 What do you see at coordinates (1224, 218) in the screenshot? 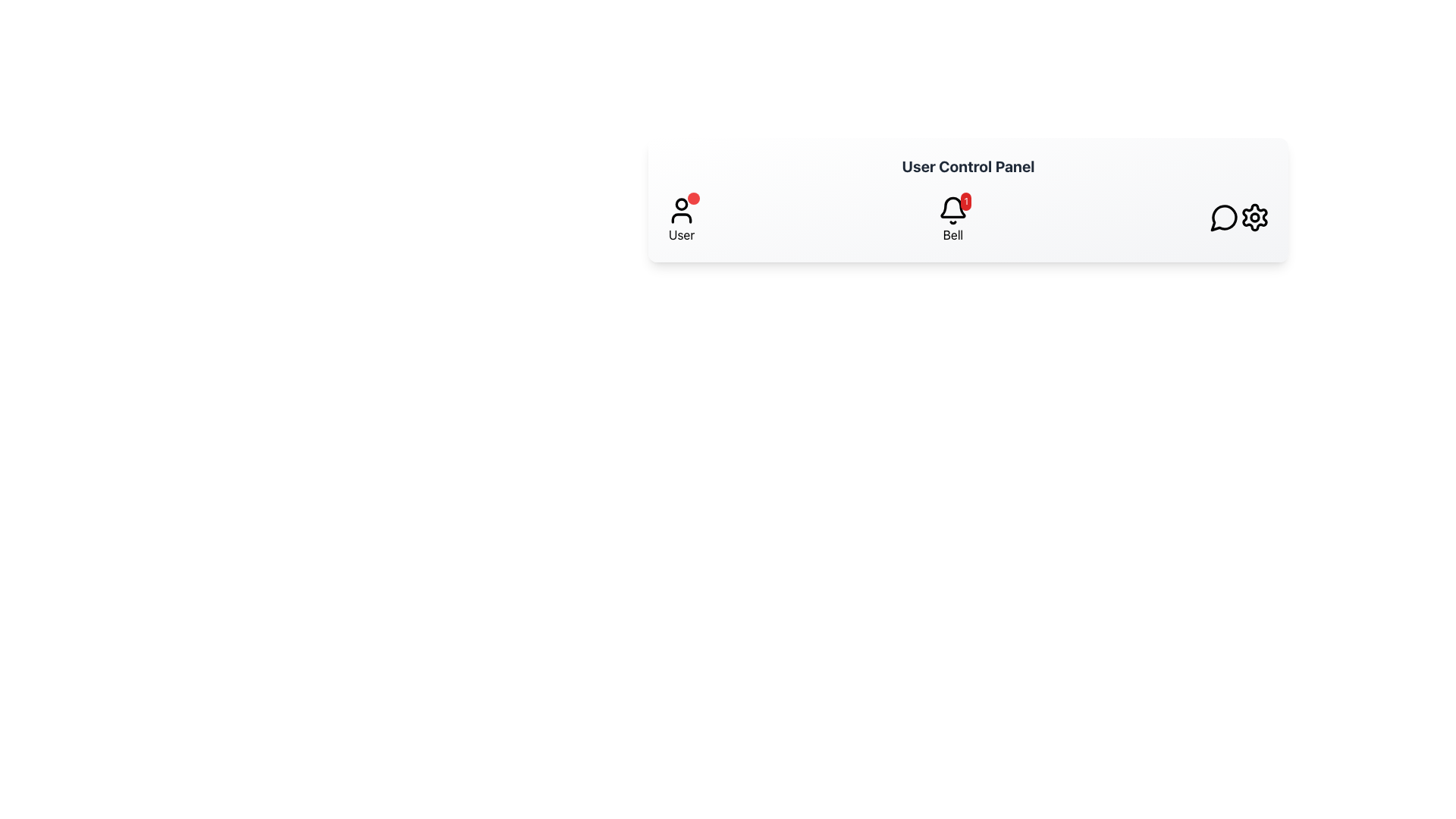
I see `the speech bubble-like icon located in the navigation bar towards the far right side, adjacent` at bounding box center [1224, 218].